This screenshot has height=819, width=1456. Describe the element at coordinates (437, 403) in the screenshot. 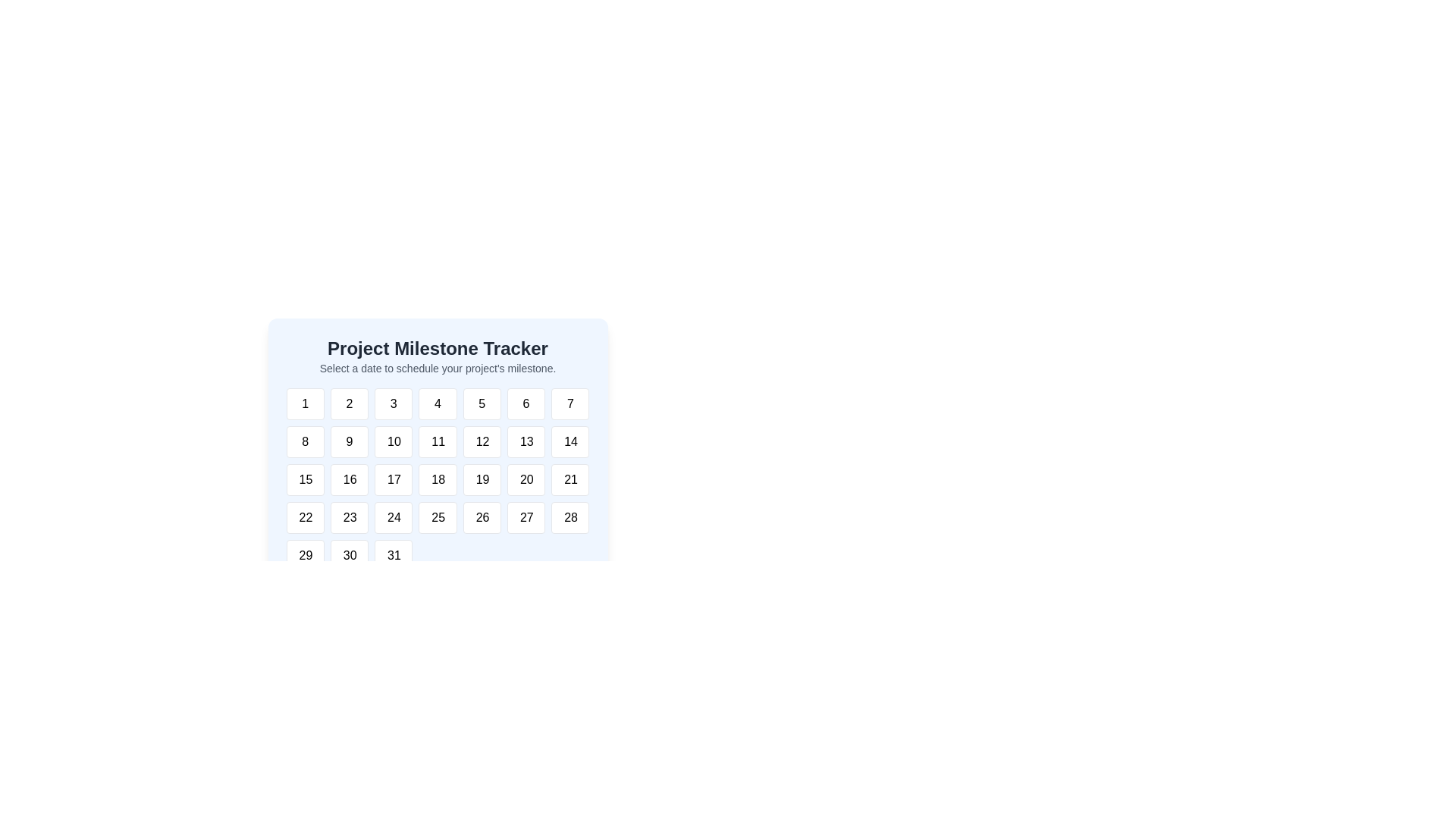

I see `the square button with a white background and the number '4' centered in black font` at that location.